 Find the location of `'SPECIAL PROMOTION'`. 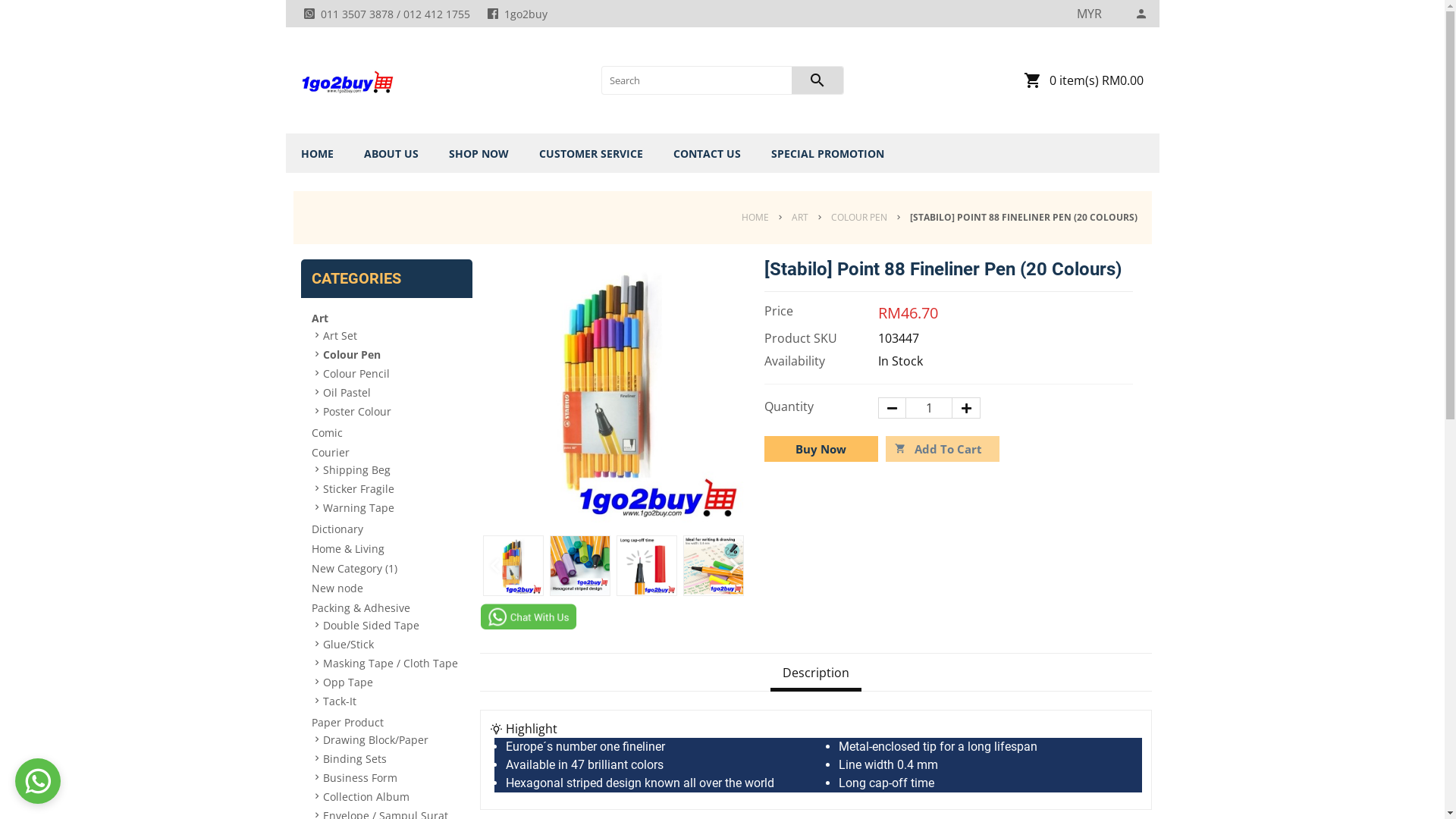

'SPECIAL PROMOTION' is located at coordinates (826, 153).